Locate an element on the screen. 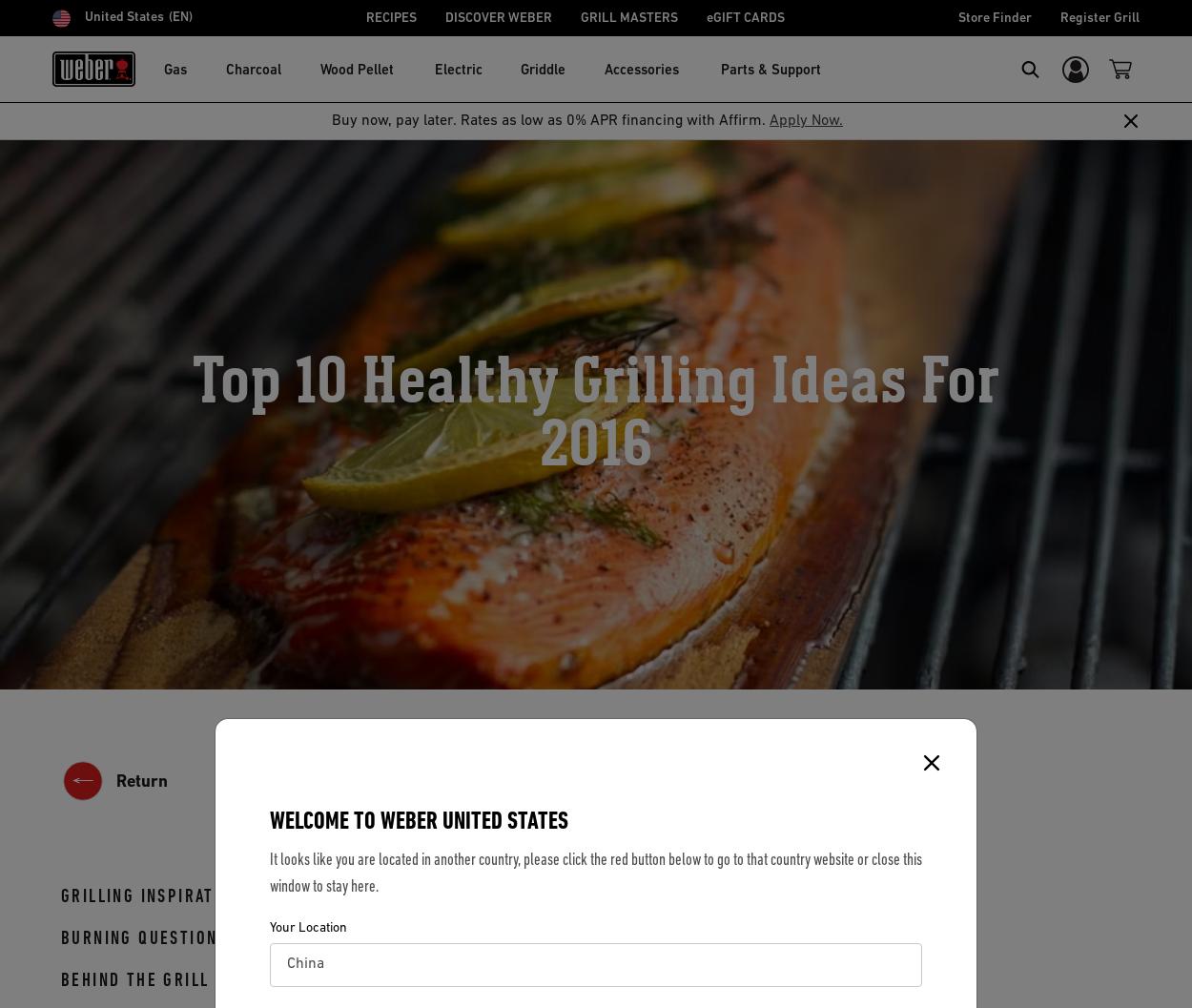 The width and height of the screenshot is (1192, 1008). 'Parts & Support' is located at coordinates (771, 70).